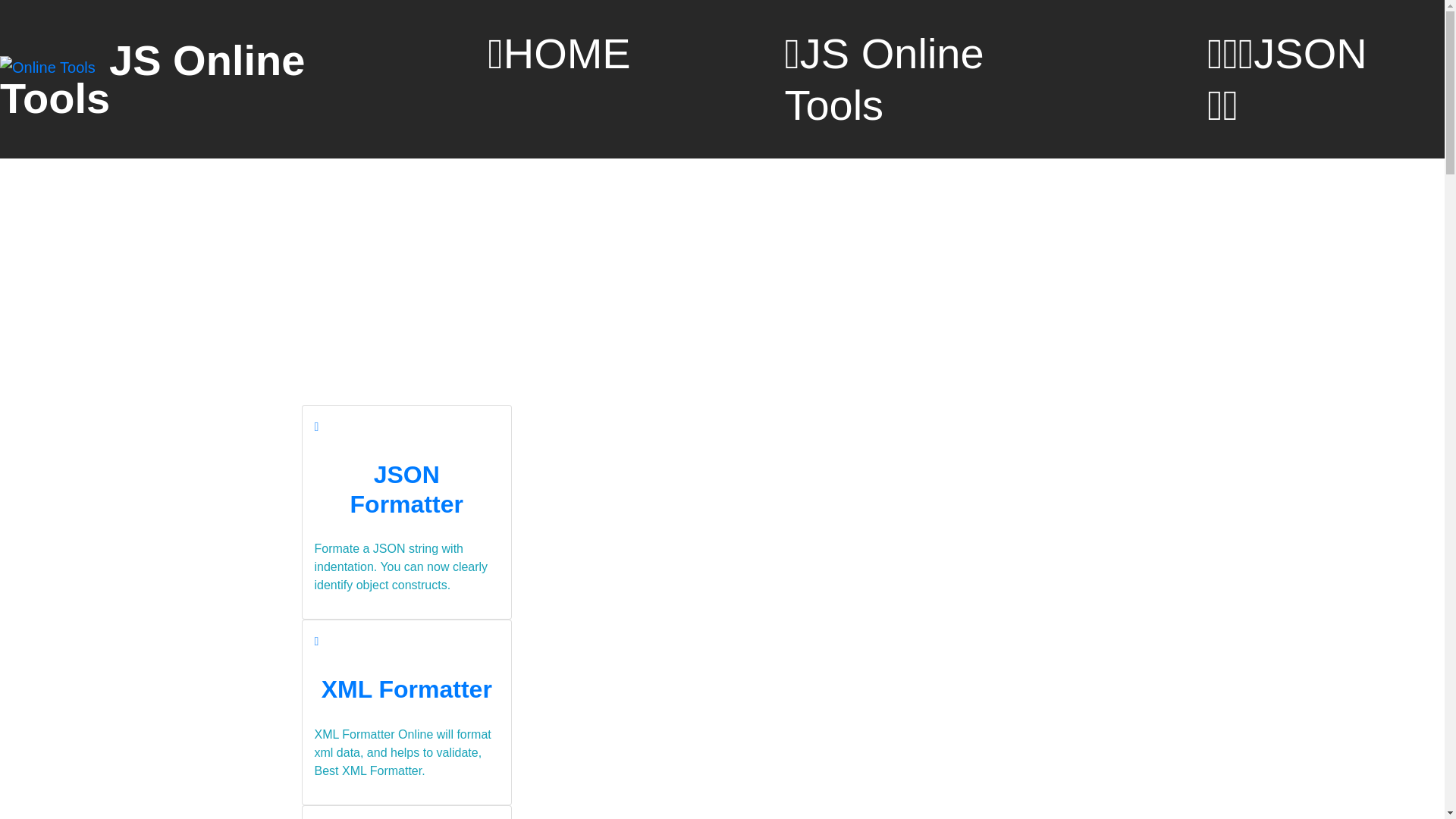 The width and height of the screenshot is (1456, 819). Describe the element at coordinates (315, 426) in the screenshot. I see `'json formatter'` at that location.